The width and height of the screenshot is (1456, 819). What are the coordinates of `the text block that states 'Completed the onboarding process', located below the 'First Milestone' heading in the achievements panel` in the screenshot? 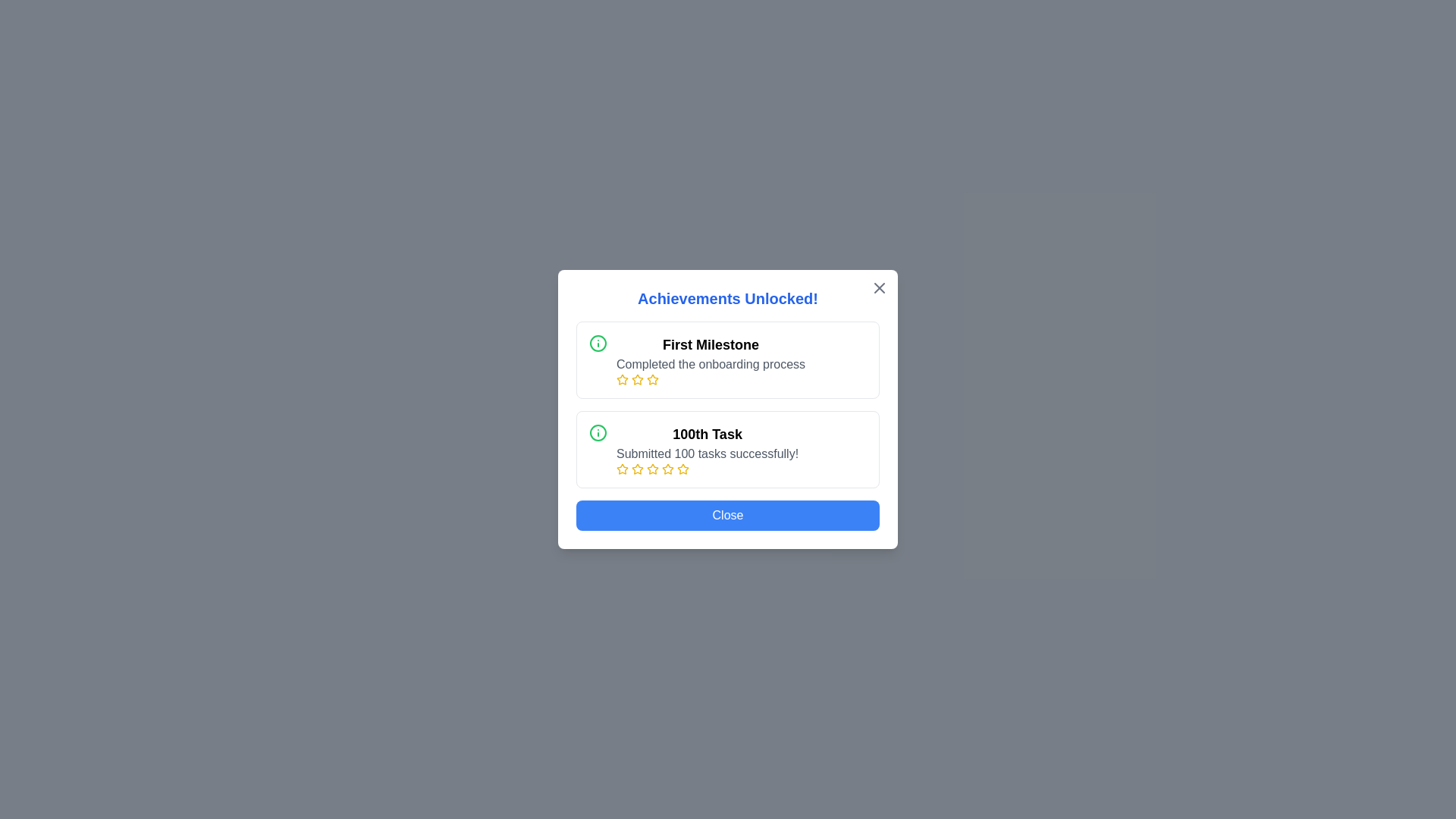 It's located at (710, 365).